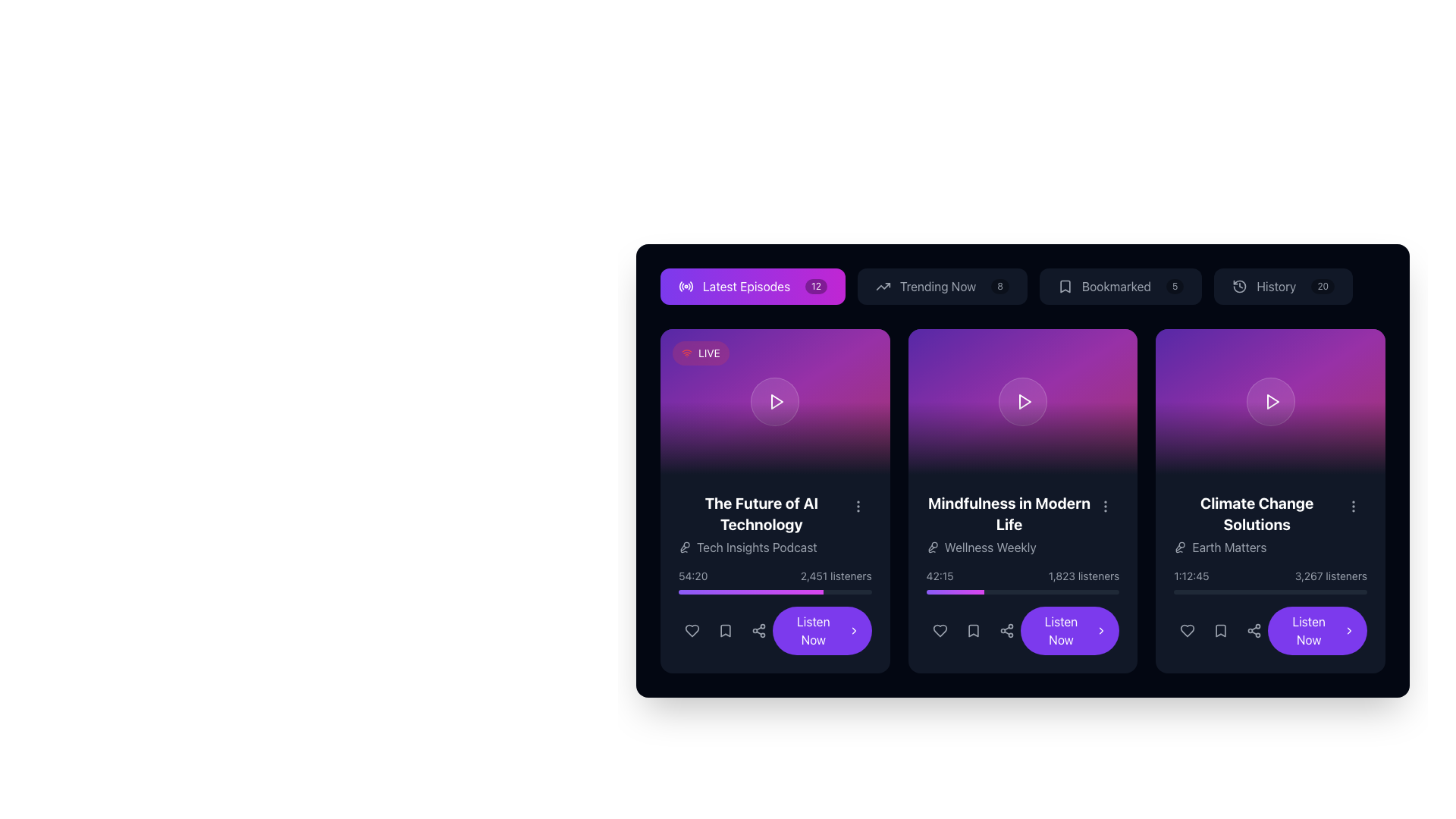  What do you see at coordinates (775, 581) in the screenshot?
I see `the progress bar displaying playtime and listener statistics for the podcast episode titled 'The Future of AI Technology' to seek through the episode` at bounding box center [775, 581].